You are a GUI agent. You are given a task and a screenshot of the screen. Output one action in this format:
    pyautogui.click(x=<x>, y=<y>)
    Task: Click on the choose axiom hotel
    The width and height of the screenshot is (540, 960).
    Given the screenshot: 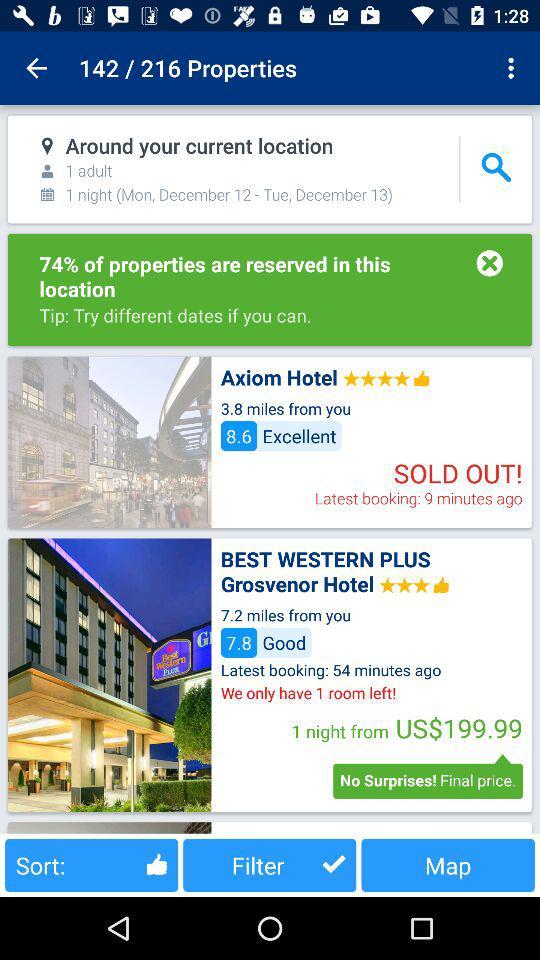 What is the action you would take?
    pyautogui.click(x=109, y=442)
    